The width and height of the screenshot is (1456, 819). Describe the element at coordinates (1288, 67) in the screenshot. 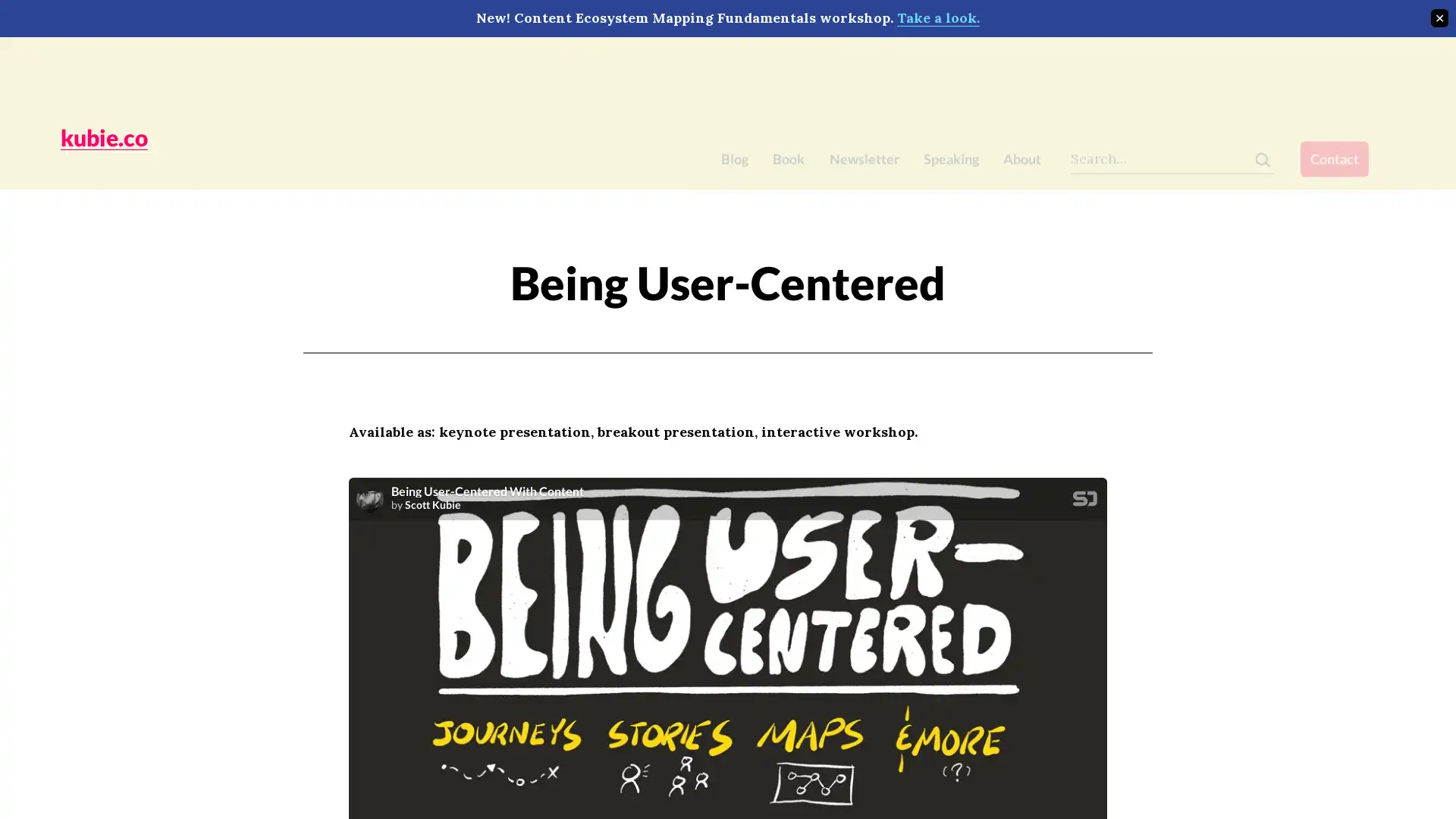

I see `Search` at that location.